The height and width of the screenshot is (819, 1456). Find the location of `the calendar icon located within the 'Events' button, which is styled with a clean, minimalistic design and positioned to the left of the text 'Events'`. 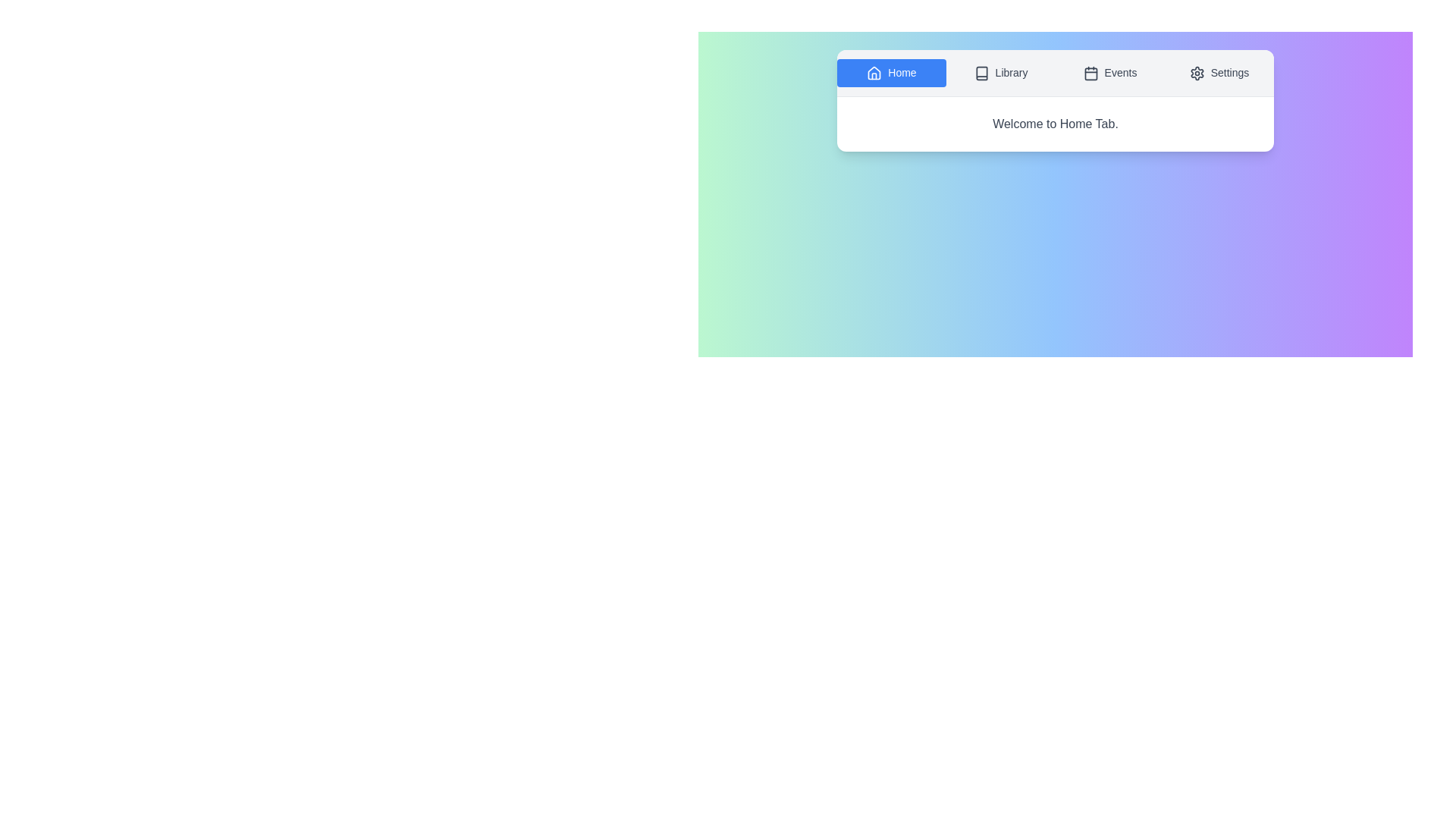

the calendar icon located within the 'Events' button, which is styled with a clean, minimalistic design and positioned to the left of the text 'Events' is located at coordinates (1090, 74).